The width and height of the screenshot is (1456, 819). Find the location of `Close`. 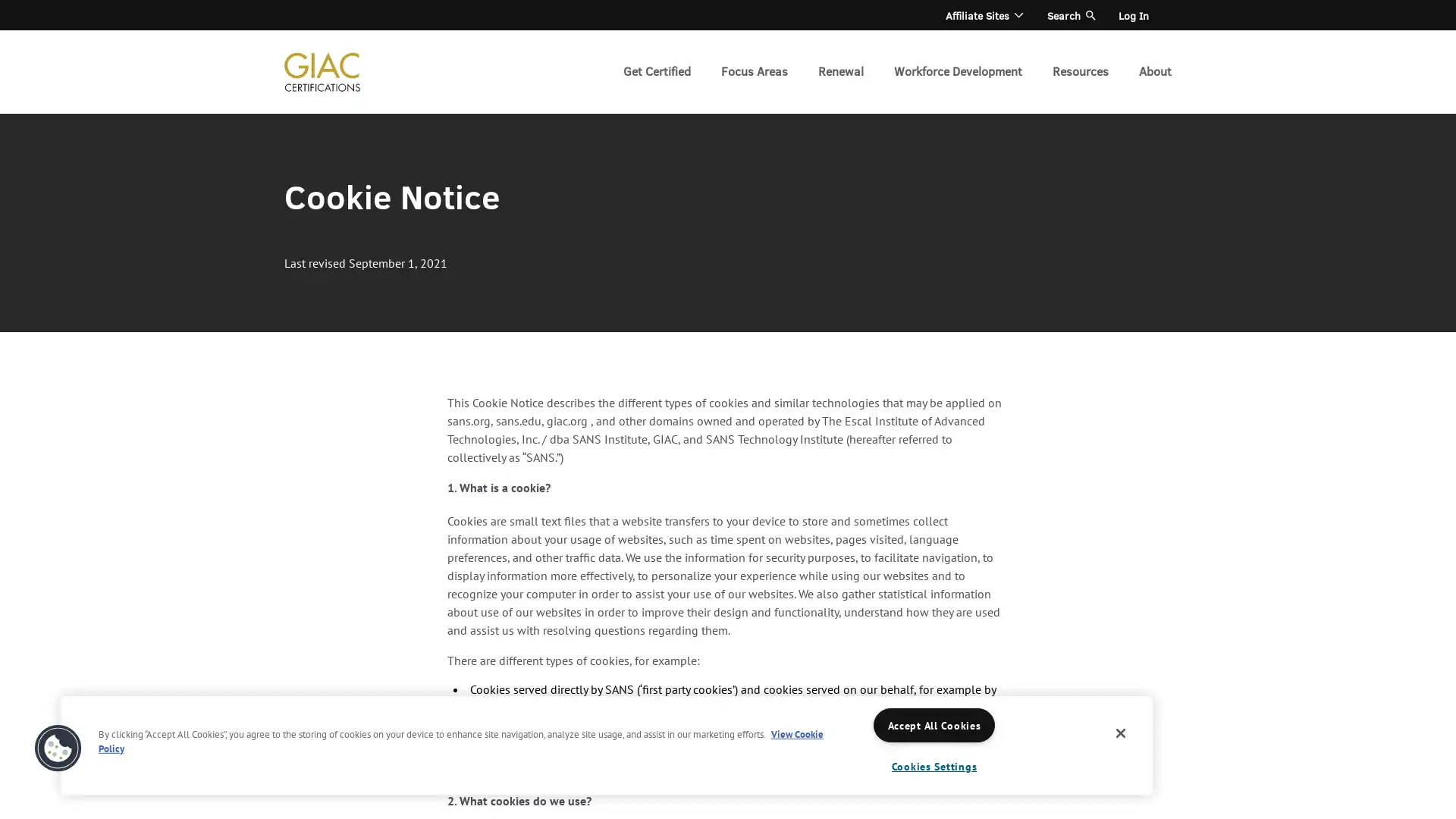

Close is located at coordinates (1121, 733).